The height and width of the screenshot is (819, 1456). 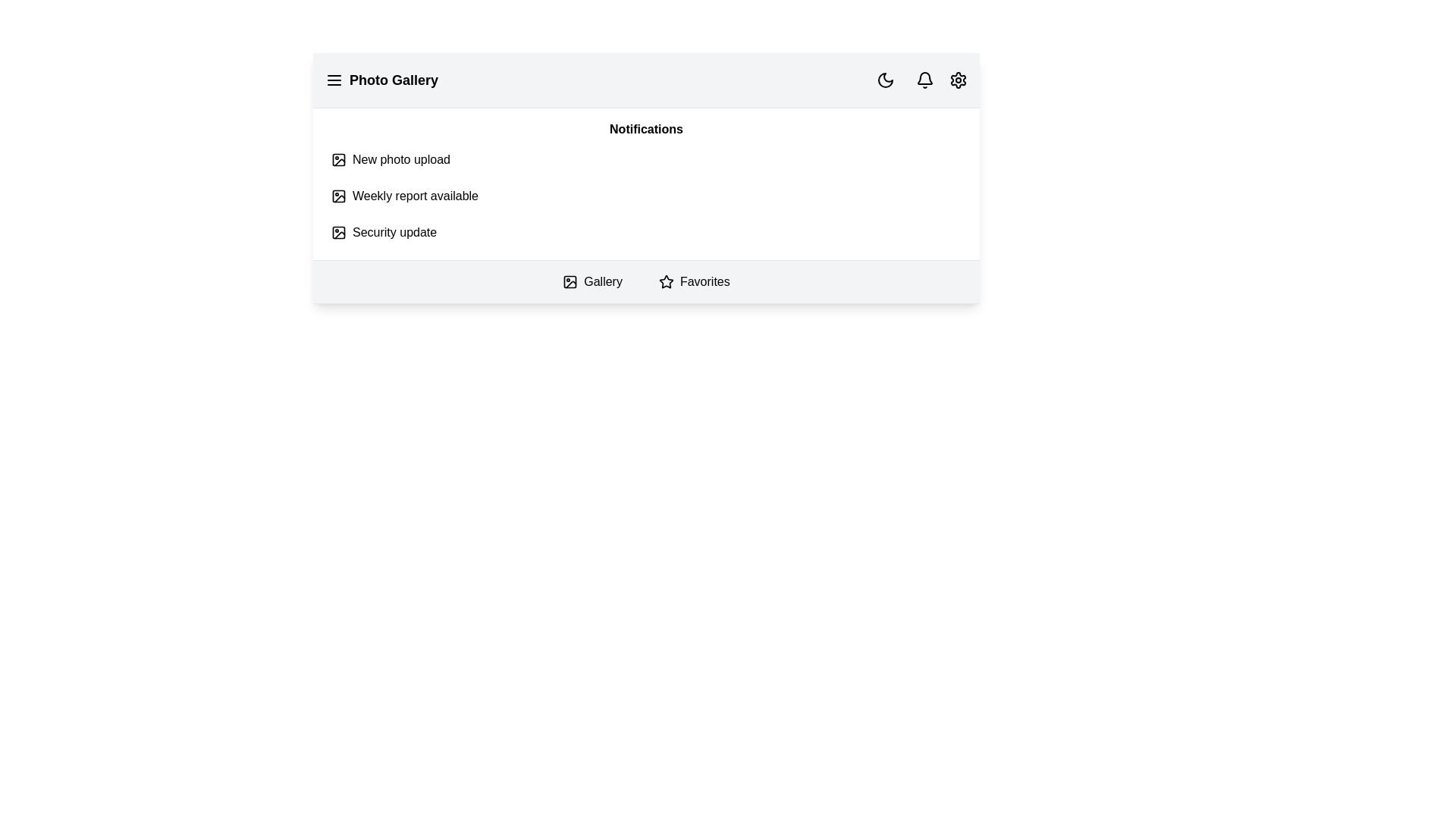 I want to click on the 'Gallery' button in the navigation bar, so click(x=591, y=281).